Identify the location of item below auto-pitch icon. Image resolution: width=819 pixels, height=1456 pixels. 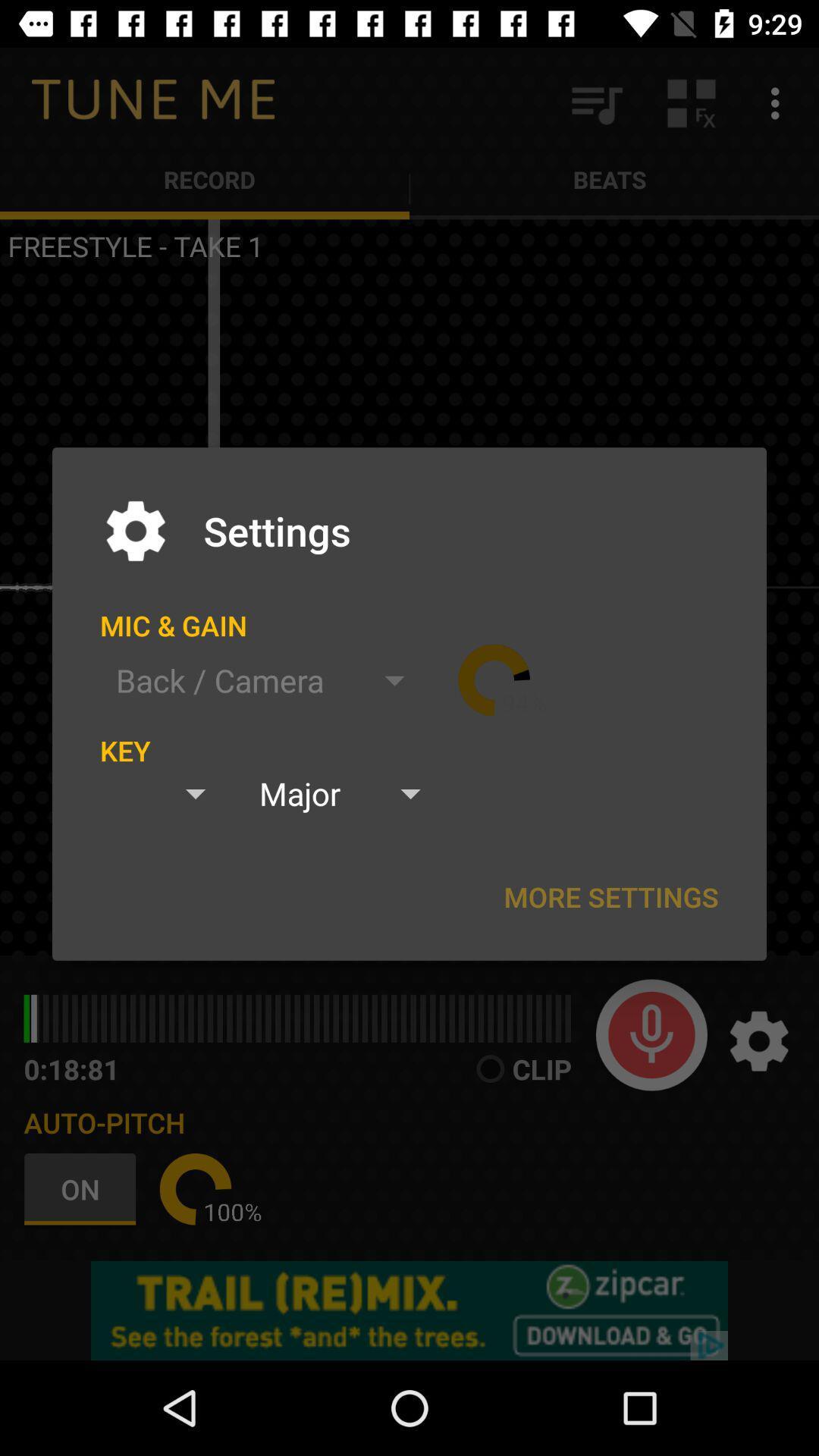
(195, 1188).